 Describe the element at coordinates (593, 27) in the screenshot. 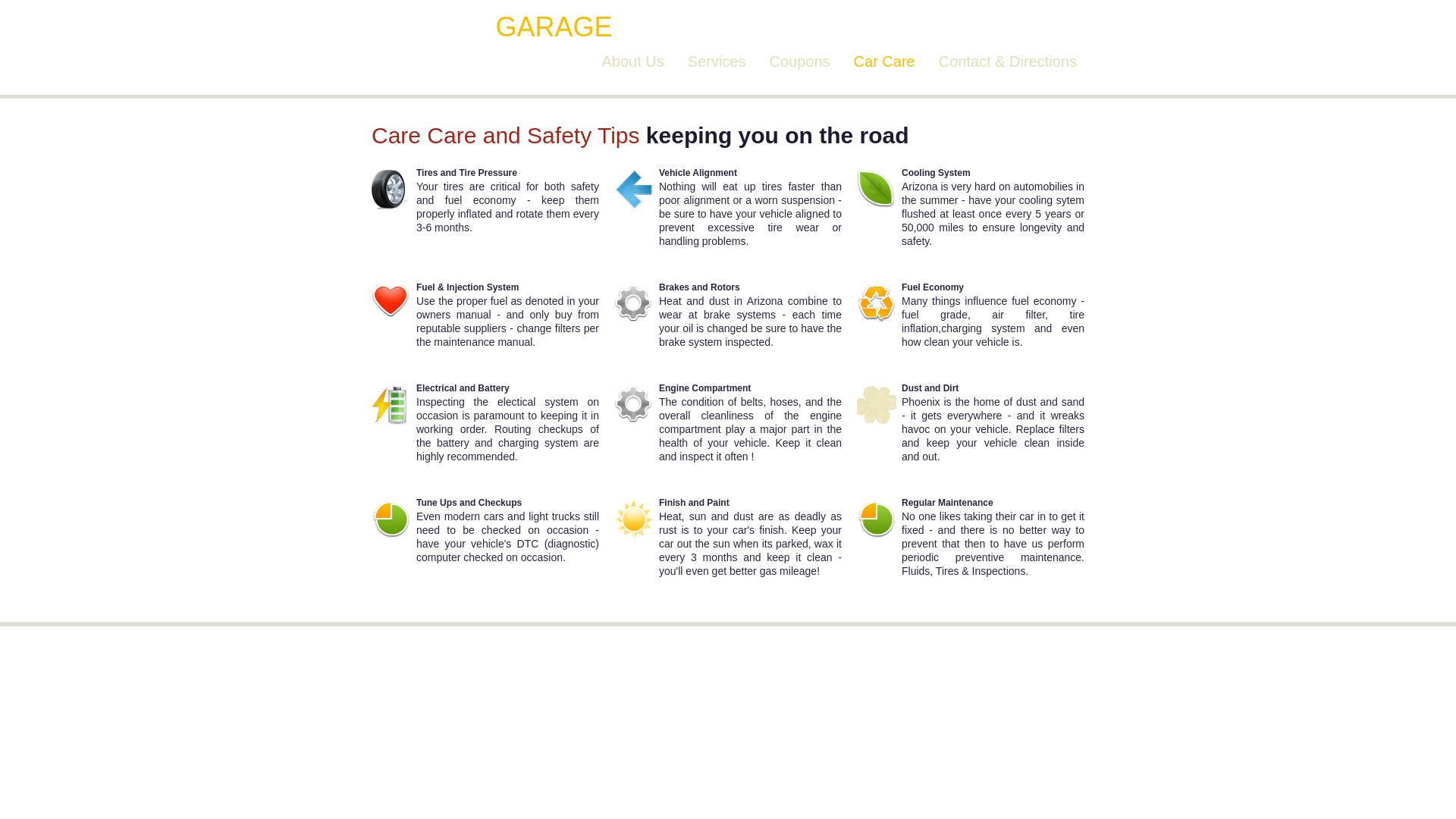

I see `'19th Ave GARAGE    602-212-1552'` at that location.